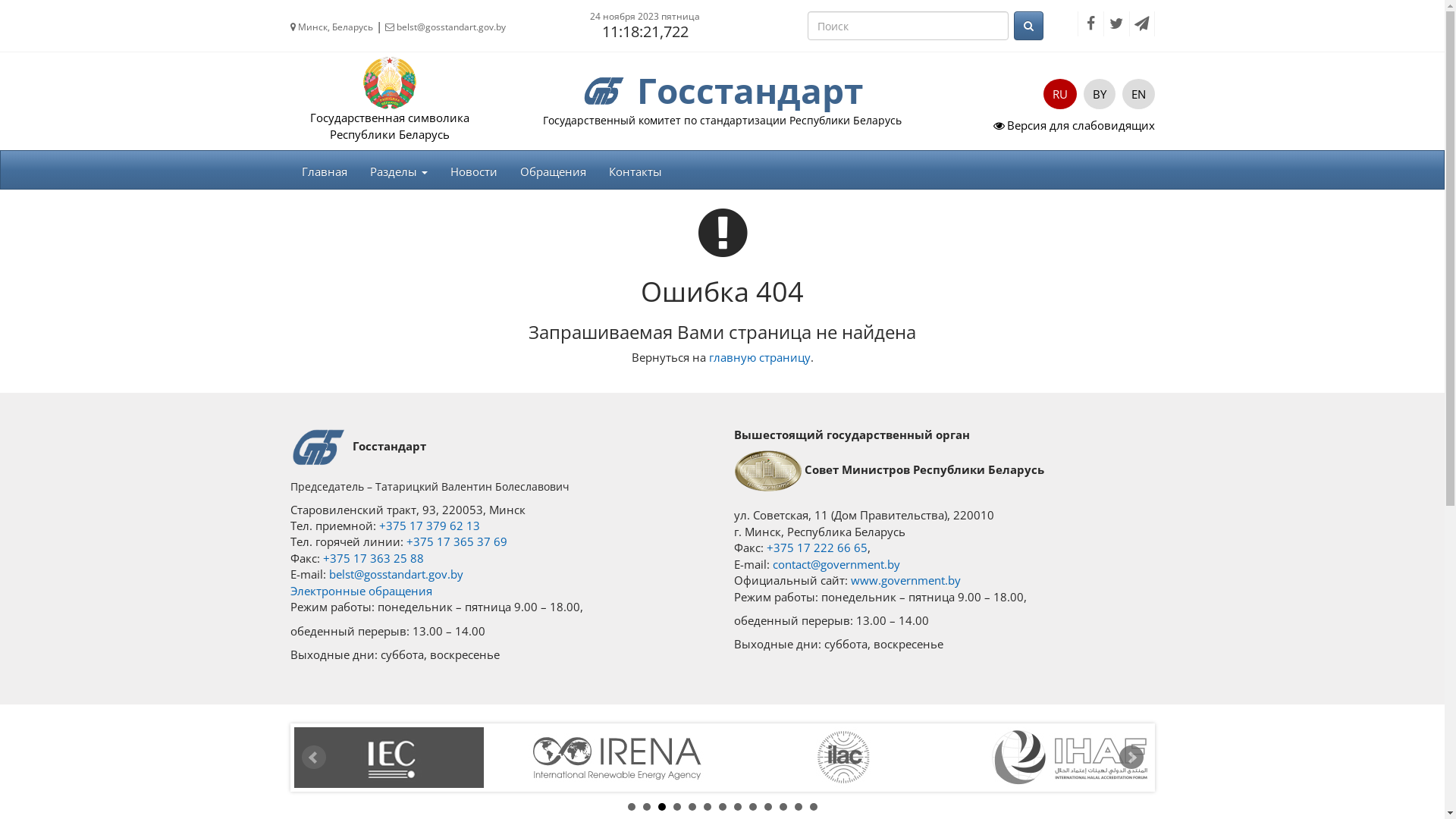  What do you see at coordinates (396, 573) in the screenshot?
I see `'belst@gosstandart.gov.by'` at bounding box center [396, 573].